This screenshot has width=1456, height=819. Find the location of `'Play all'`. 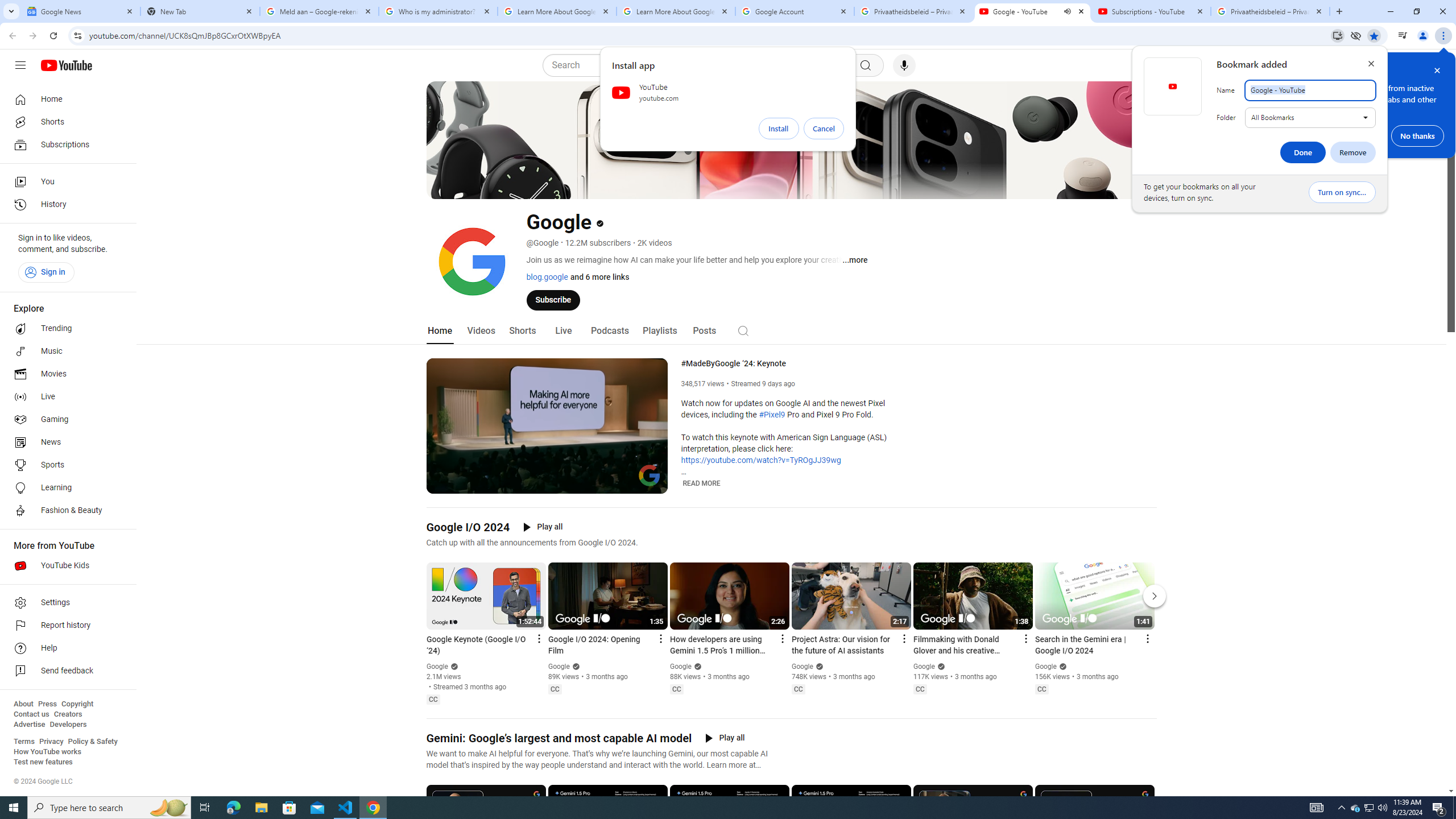

'Play all' is located at coordinates (724, 738).